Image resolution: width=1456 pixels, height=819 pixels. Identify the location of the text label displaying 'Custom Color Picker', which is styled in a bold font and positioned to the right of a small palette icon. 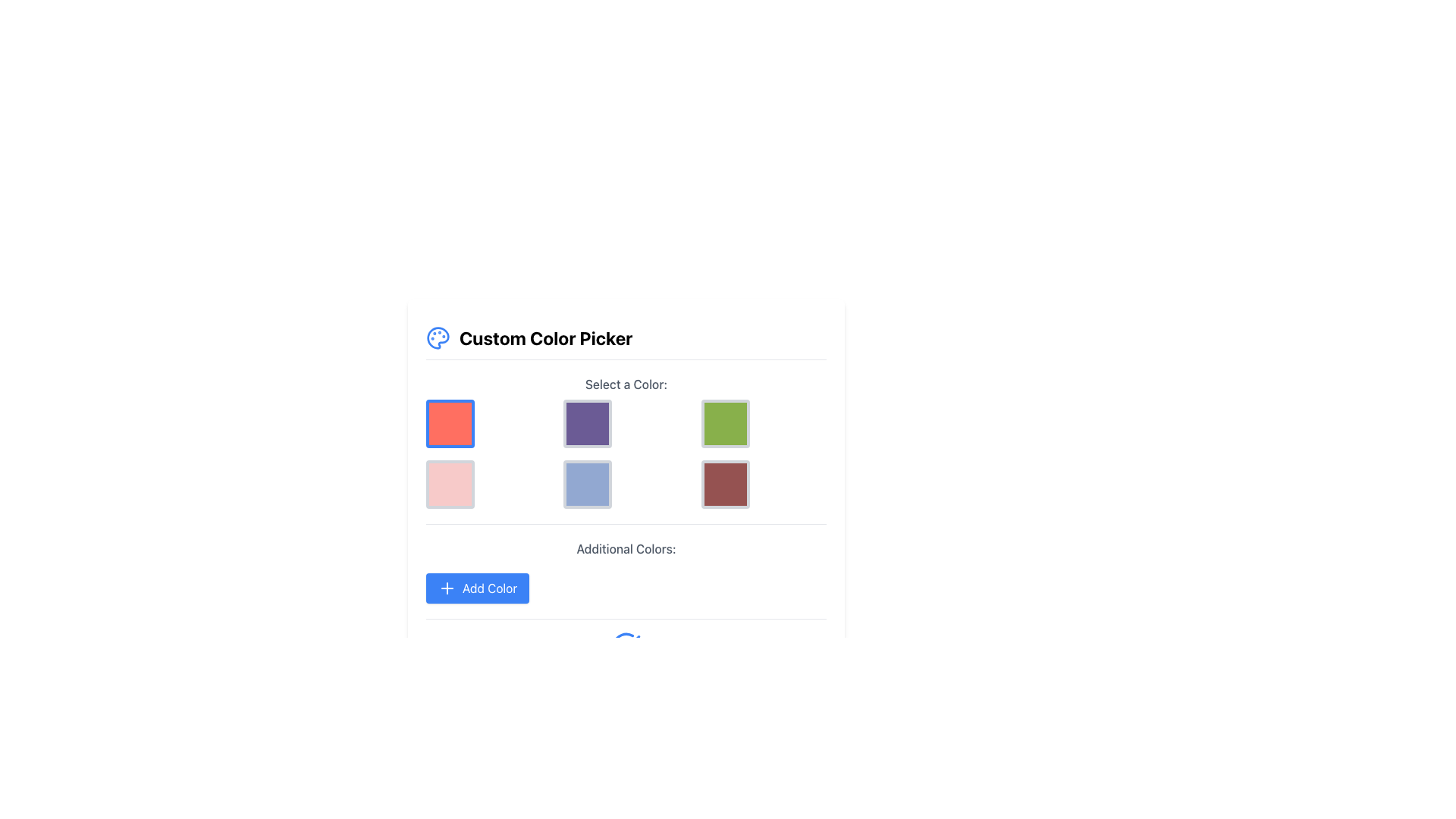
(546, 337).